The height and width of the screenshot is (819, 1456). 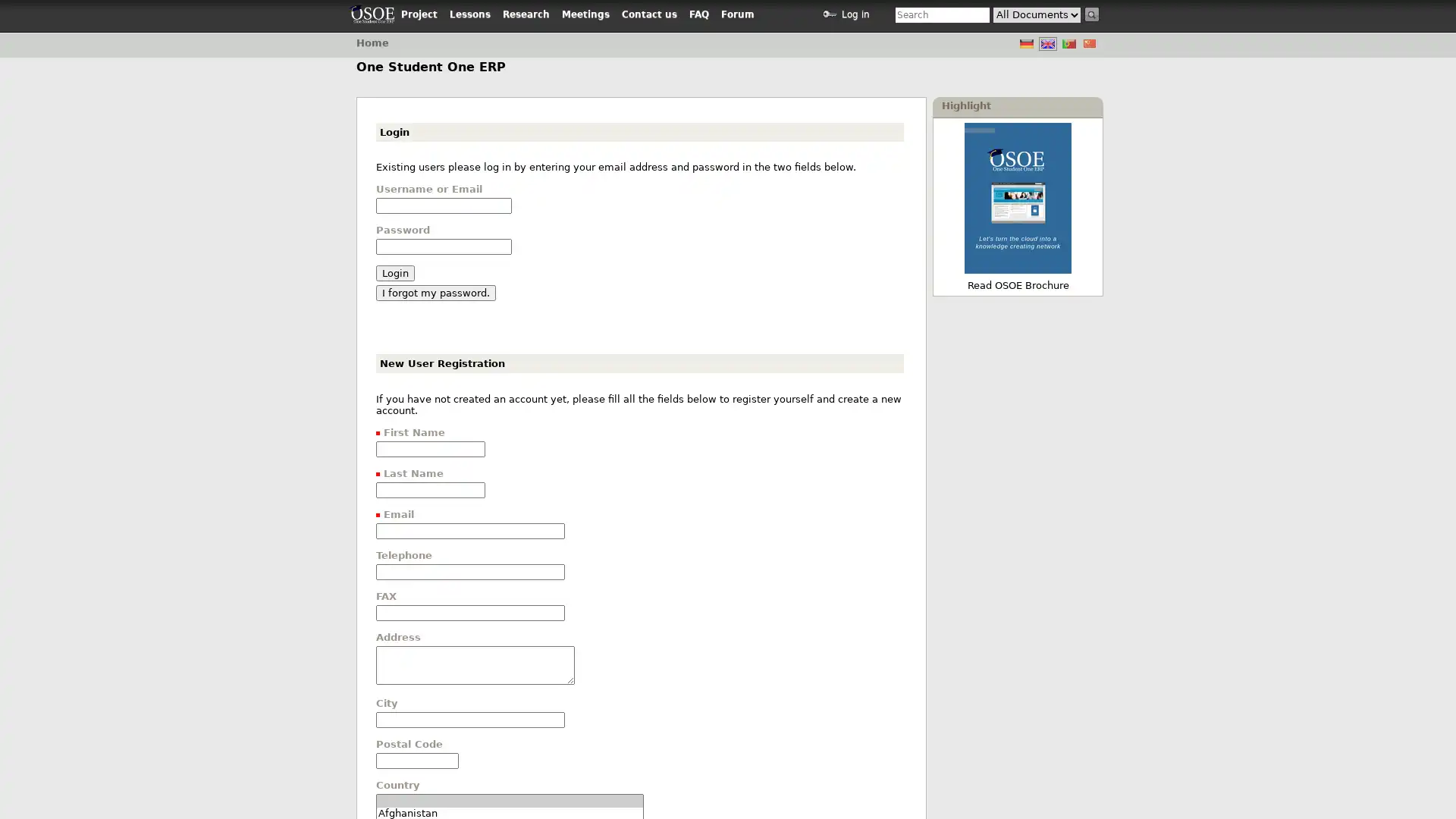 What do you see at coordinates (435, 293) in the screenshot?
I see `I forgot my password.` at bounding box center [435, 293].